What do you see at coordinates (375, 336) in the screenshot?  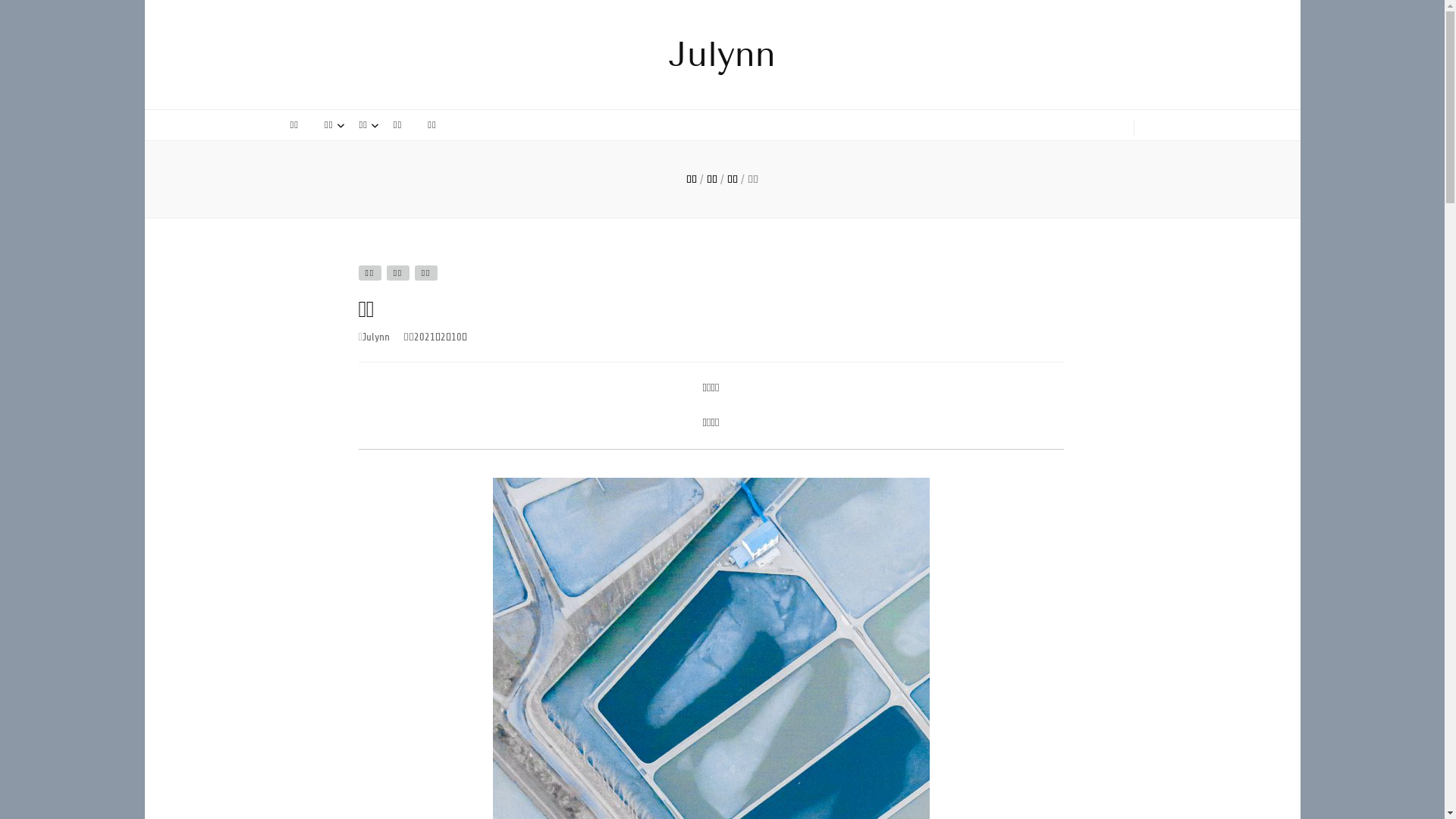 I see `'Julynn'` at bounding box center [375, 336].